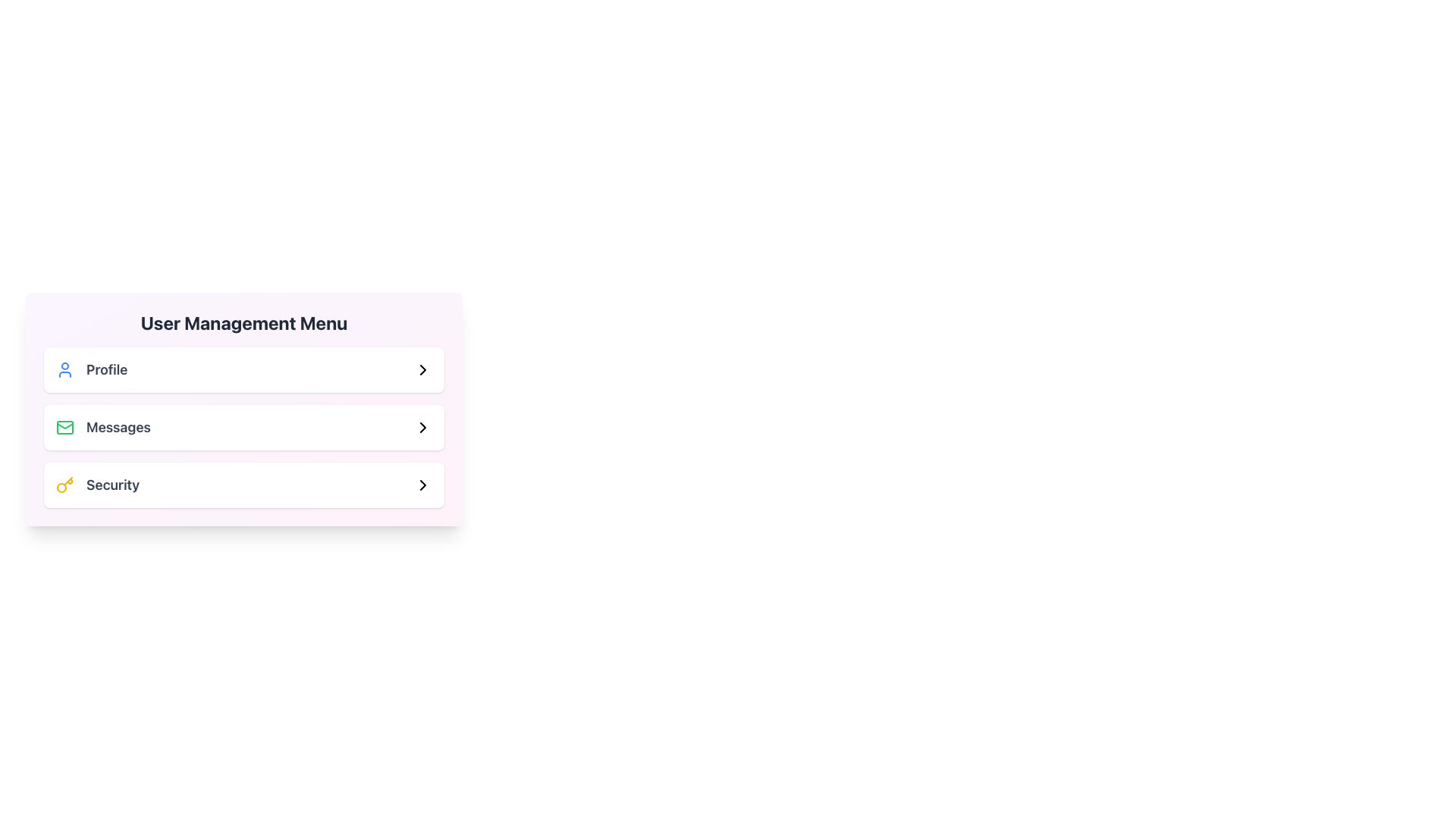 The width and height of the screenshot is (1456, 819). I want to click on the rectangular body of the envelope icon in the 'Messages' section of the menu, which is part of an SVG graphic, so click(64, 427).